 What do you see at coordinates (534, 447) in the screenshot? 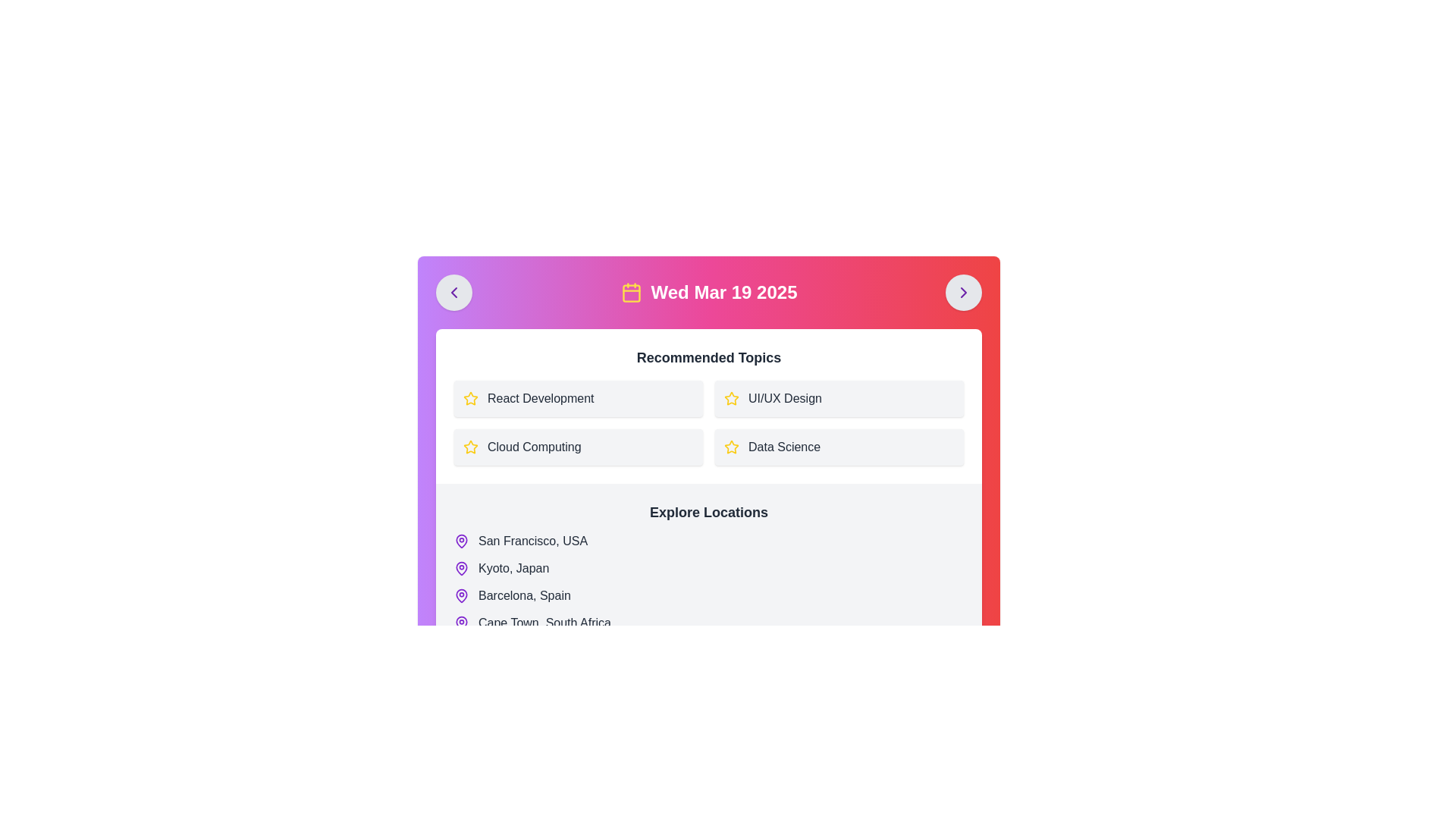
I see `the text label describing 'Cloud Computing' located below the 'React Development' element in the left column of the 'Recommended Topics' section` at bounding box center [534, 447].